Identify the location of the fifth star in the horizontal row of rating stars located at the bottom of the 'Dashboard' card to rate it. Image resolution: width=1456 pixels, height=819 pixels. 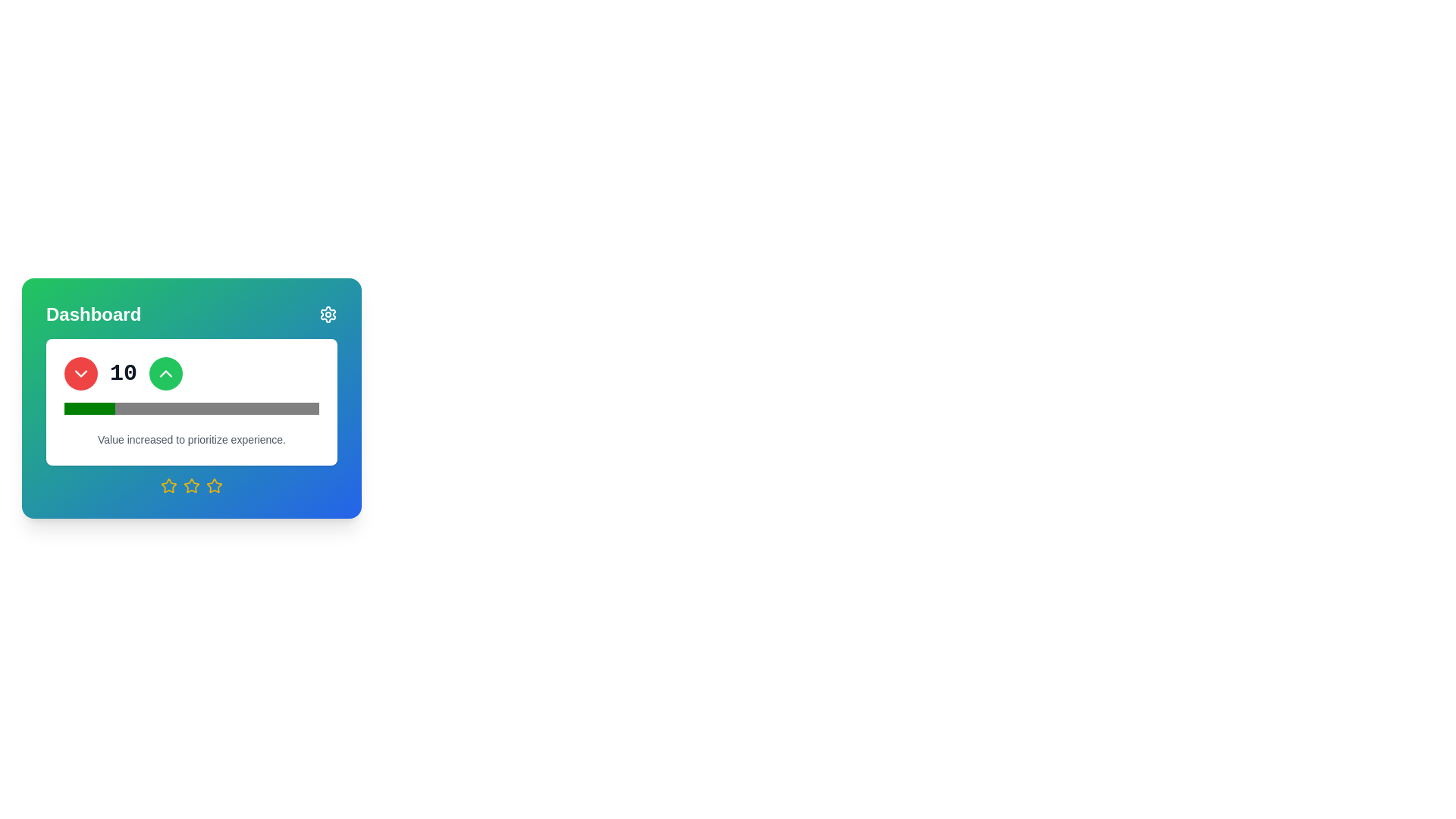
(214, 485).